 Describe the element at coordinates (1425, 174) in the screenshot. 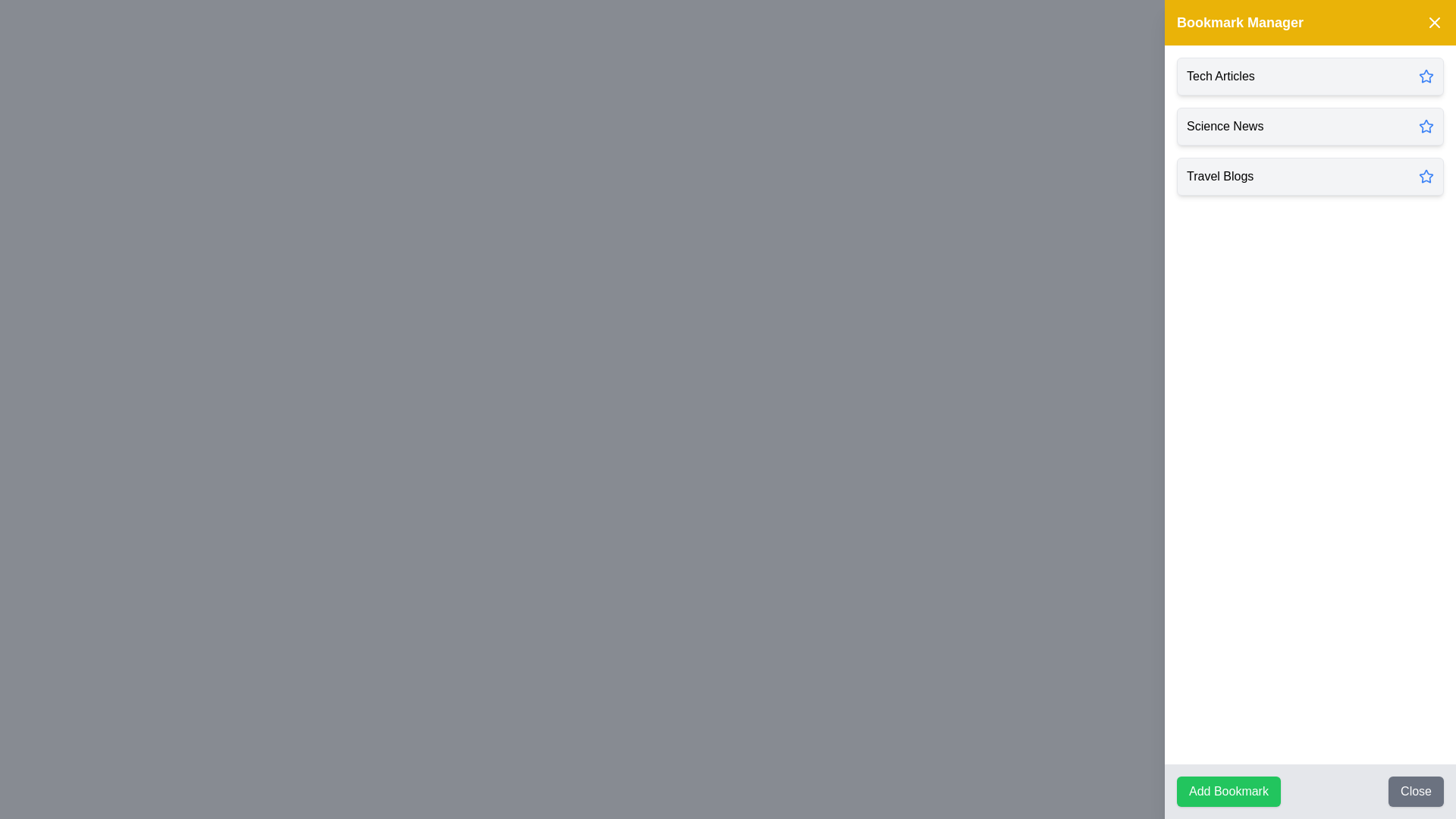

I see `the star-shaped icon with a blue border located to the right of the 'Travel Blogs' text in the Bookmark Manager section` at that location.